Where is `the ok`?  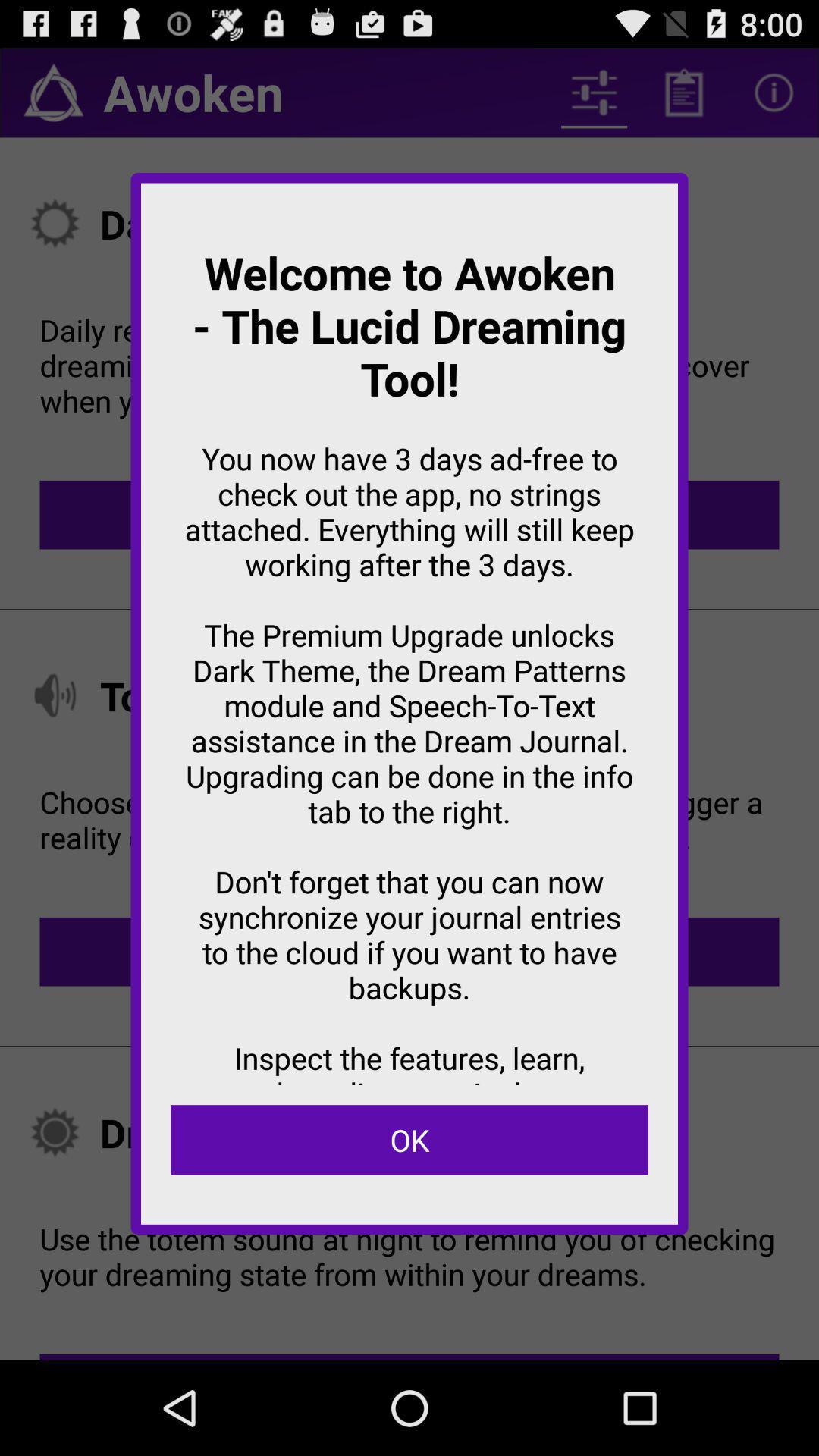 the ok is located at coordinates (409, 1140).